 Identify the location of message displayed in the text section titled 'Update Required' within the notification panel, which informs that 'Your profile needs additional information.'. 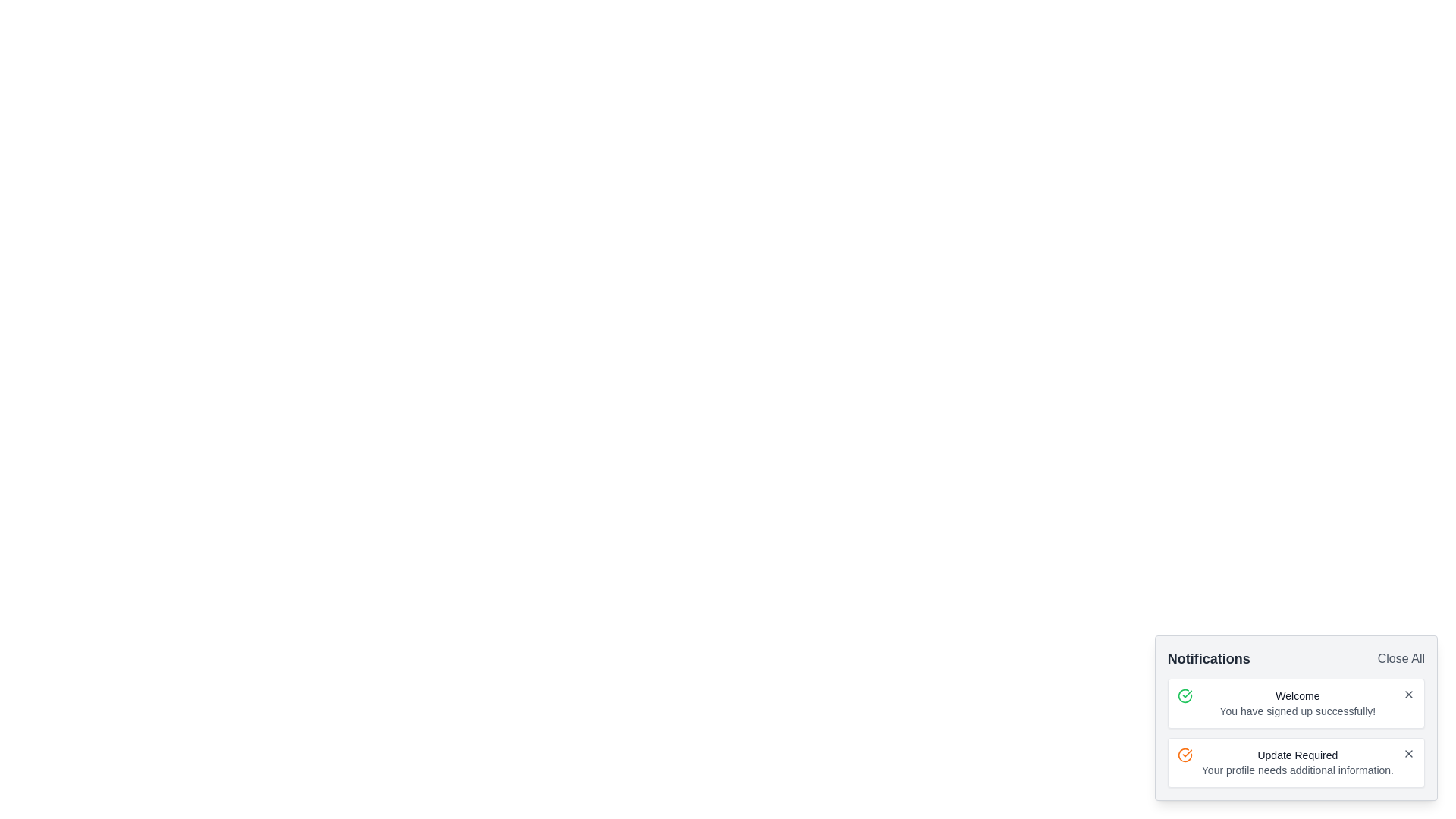
(1297, 763).